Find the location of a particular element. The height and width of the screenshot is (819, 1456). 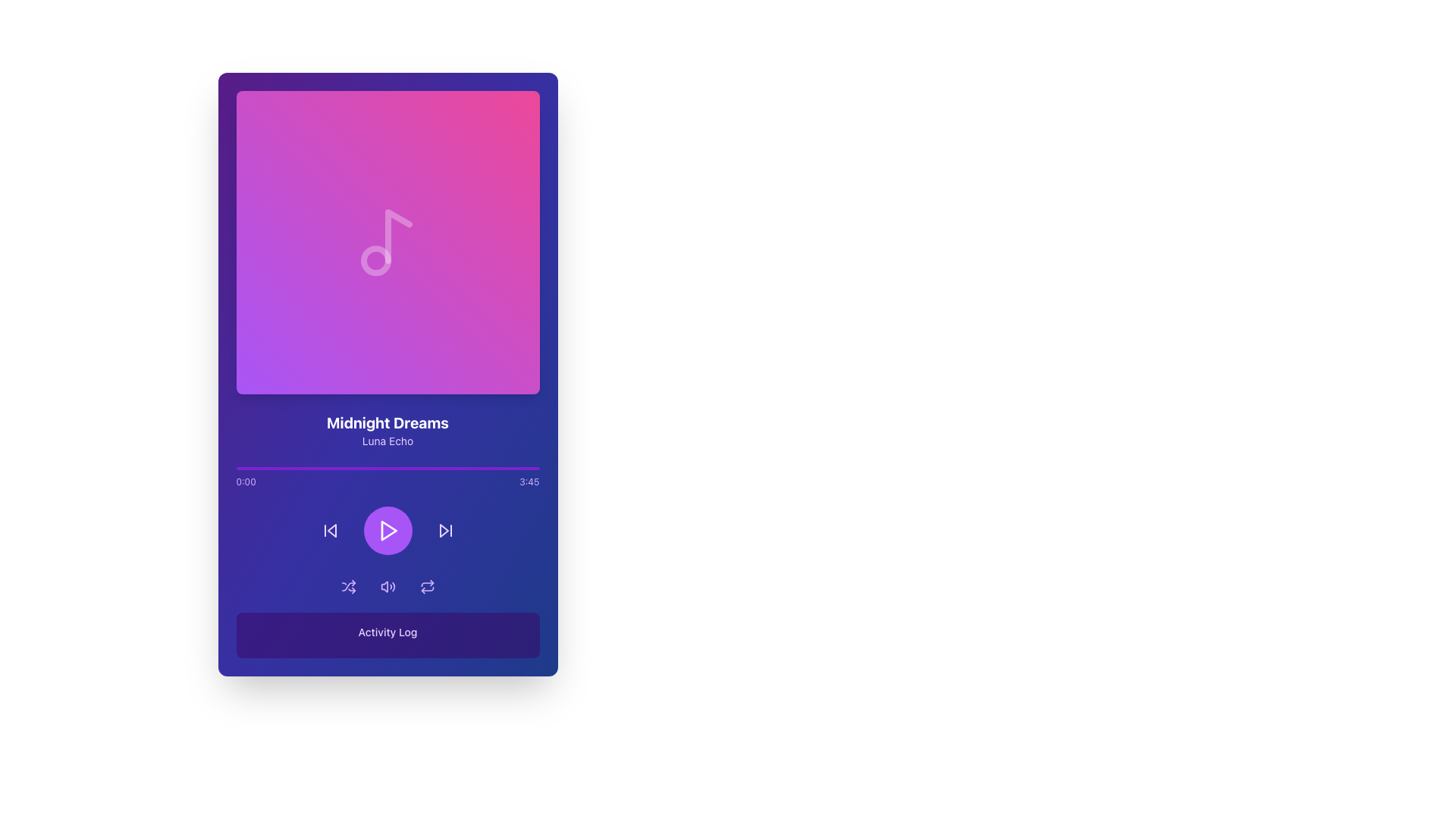

the repeat button icon located at the far-right end of the media control interface to observe the styling change is located at coordinates (426, 586).